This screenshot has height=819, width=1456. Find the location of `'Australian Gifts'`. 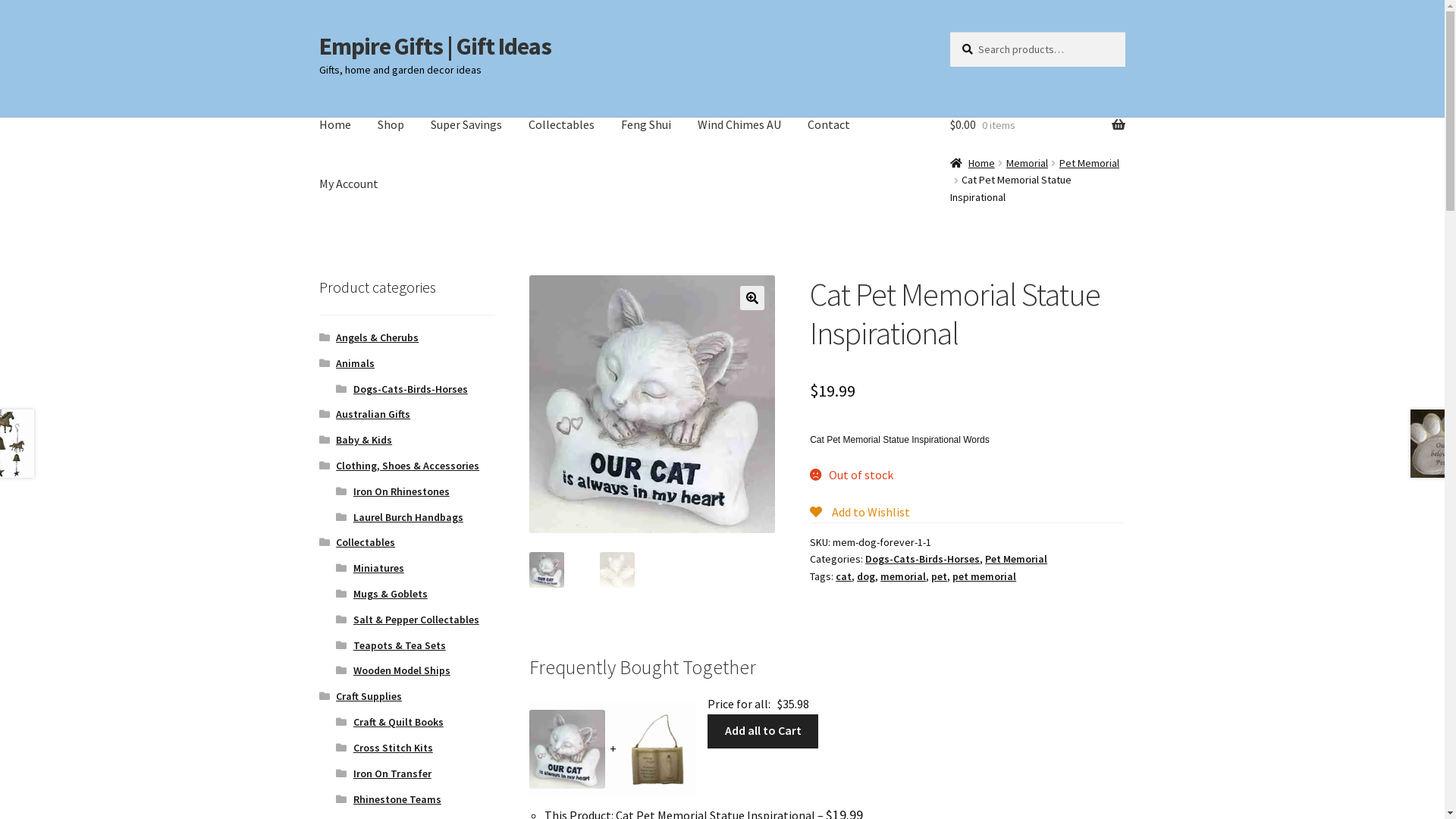

'Australian Gifts' is located at coordinates (373, 414).